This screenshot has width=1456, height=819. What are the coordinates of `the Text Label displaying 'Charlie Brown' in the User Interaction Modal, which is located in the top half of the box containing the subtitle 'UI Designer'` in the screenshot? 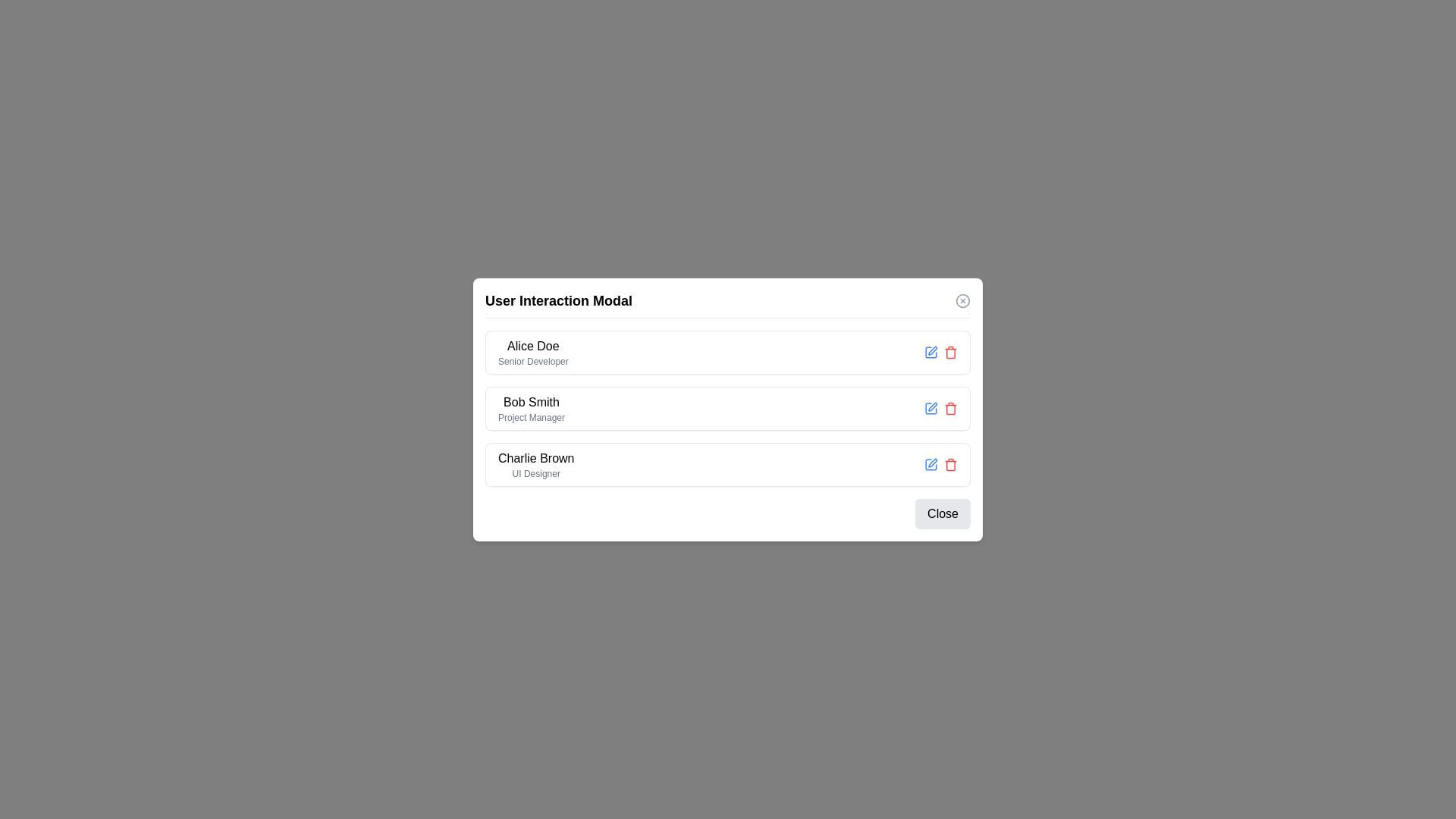 It's located at (536, 457).